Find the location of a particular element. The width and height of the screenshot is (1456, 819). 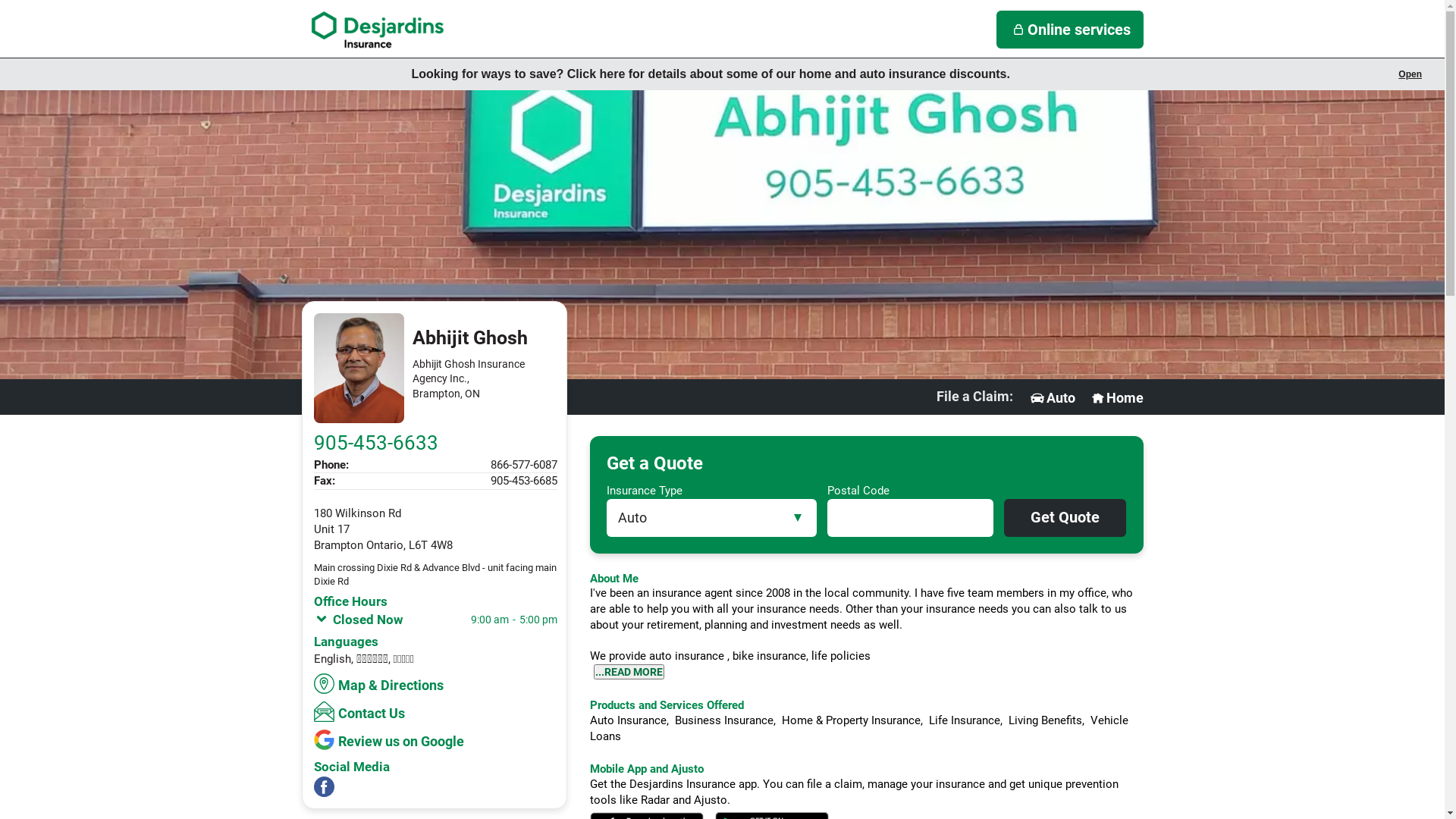

'Map & Directions' is located at coordinates (381, 683).